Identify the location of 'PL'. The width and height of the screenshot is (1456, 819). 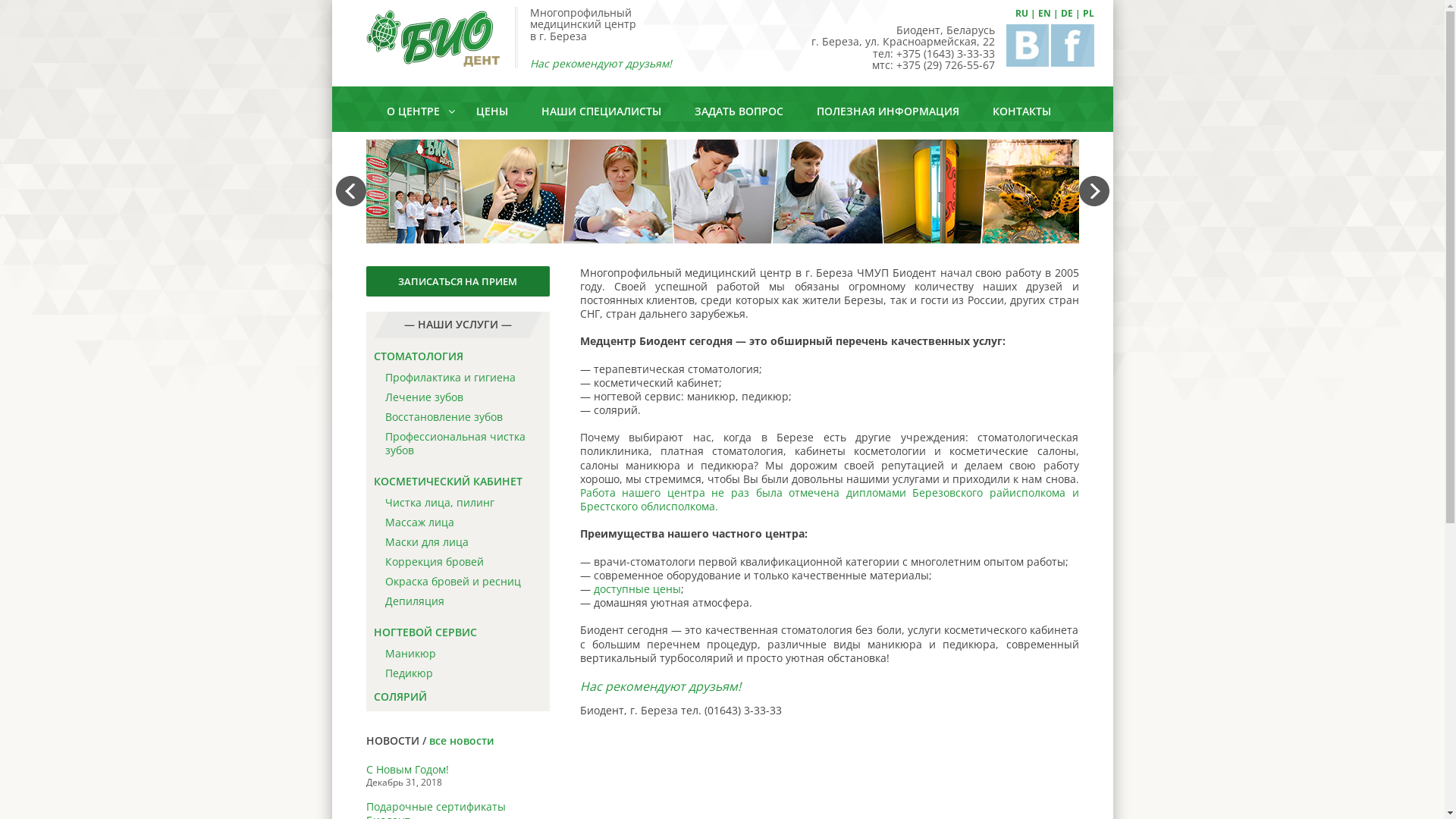
(1082, 13).